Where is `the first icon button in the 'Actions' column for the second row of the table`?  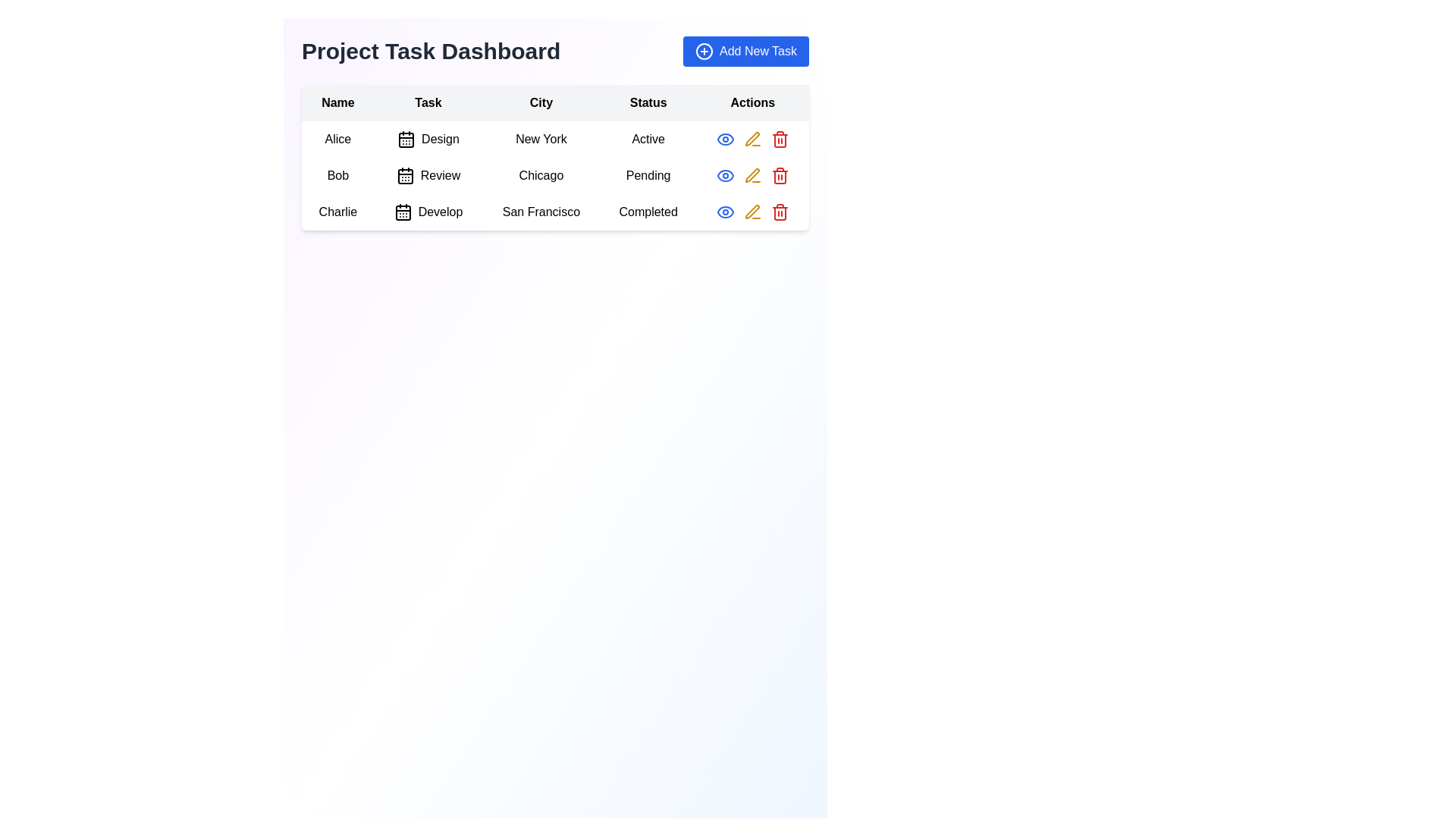
the first icon button in the 'Actions' column for the second row of the table is located at coordinates (724, 140).